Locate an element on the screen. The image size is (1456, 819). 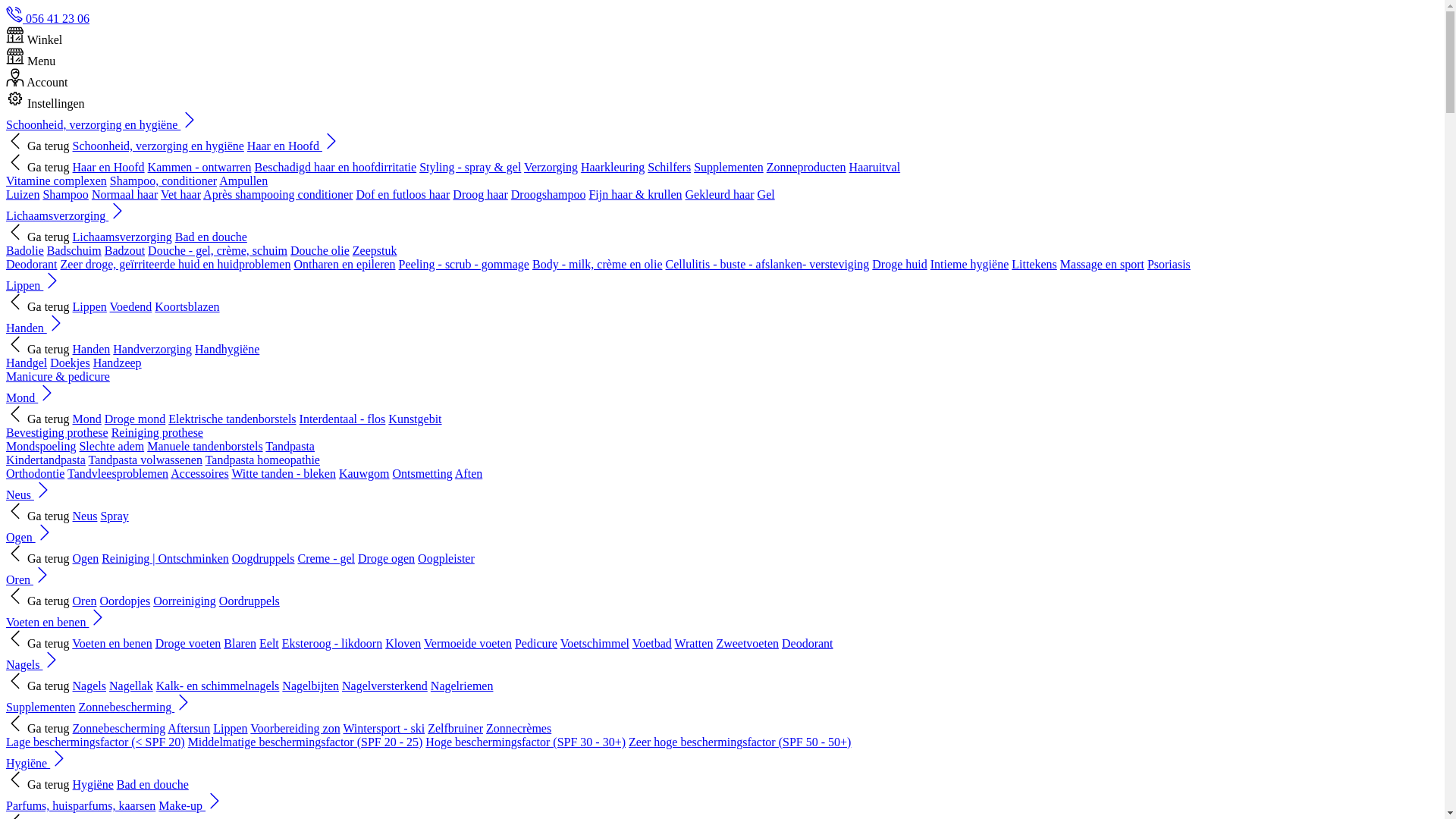
'Orthodontie' is located at coordinates (35, 472).